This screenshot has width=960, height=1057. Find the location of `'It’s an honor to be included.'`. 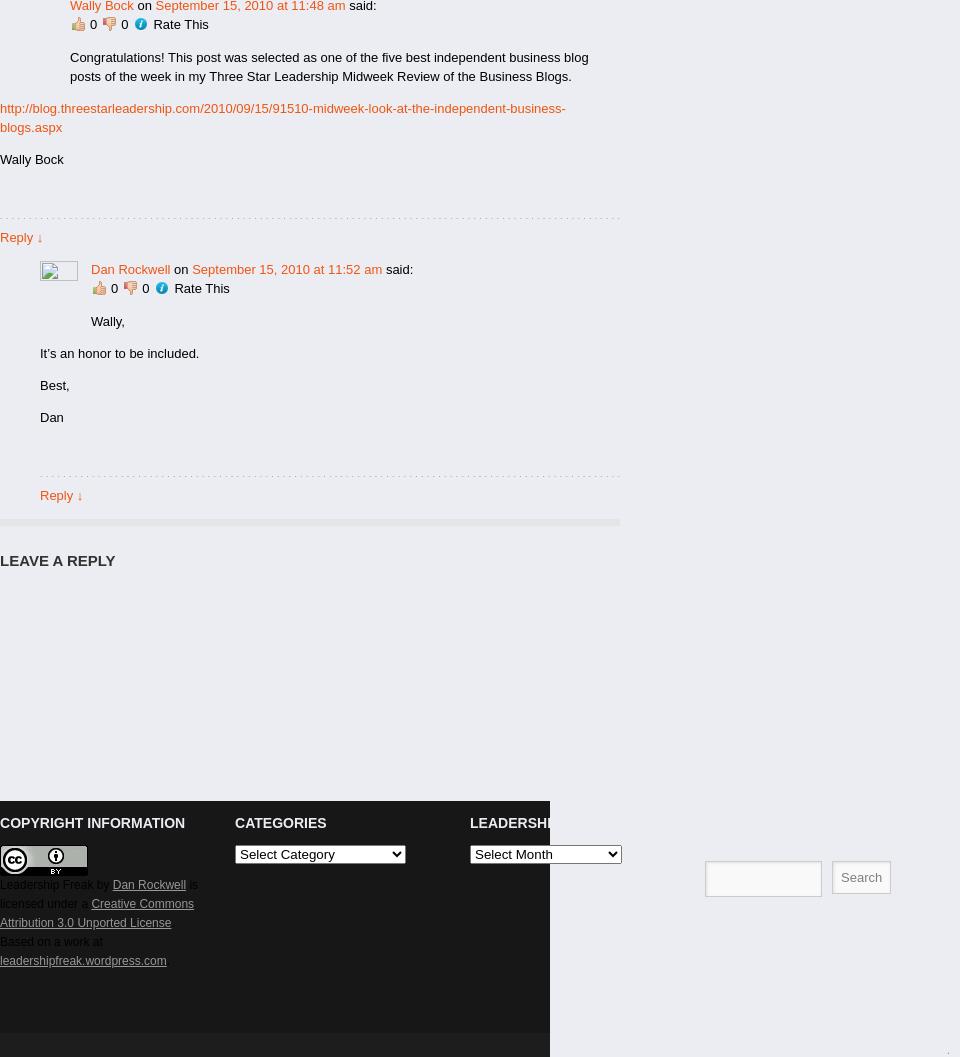

'It’s an honor to be included.' is located at coordinates (119, 353).